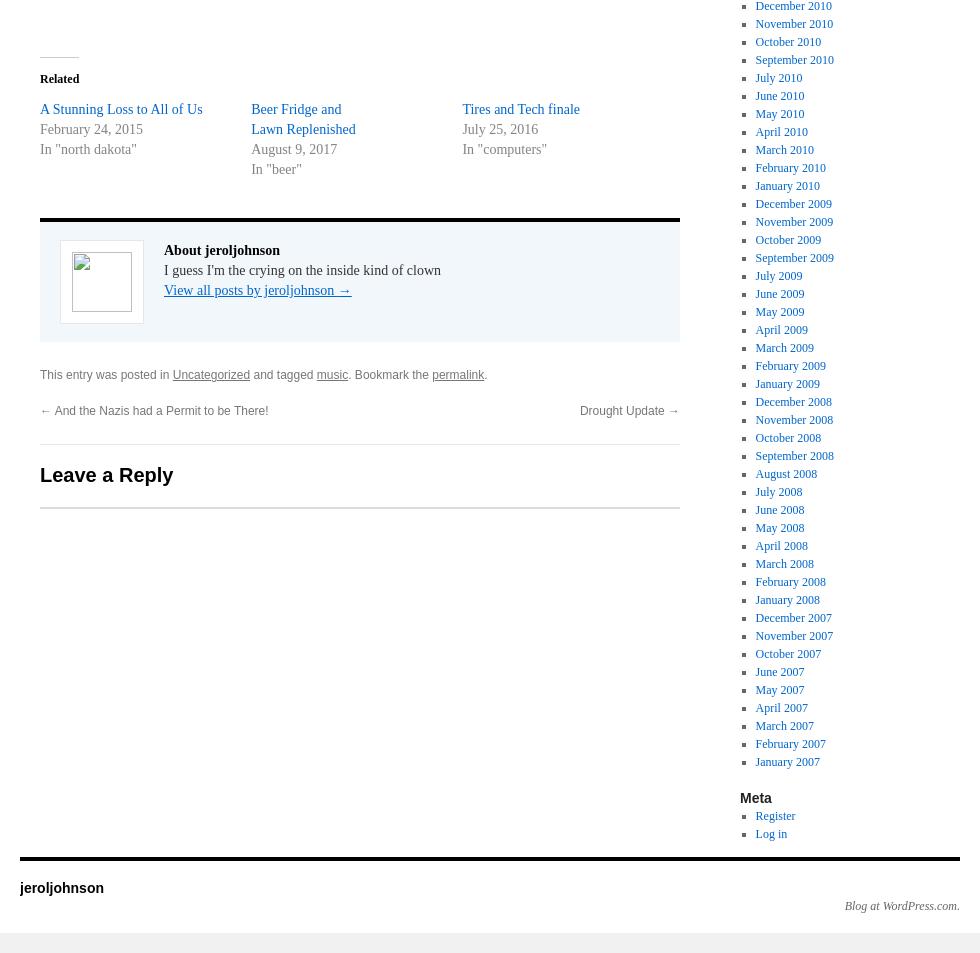 The width and height of the screenshot is (980, 953). Describe the element at coordinates (770, 833) in the screenshot. I see `'Log in'` at that location.